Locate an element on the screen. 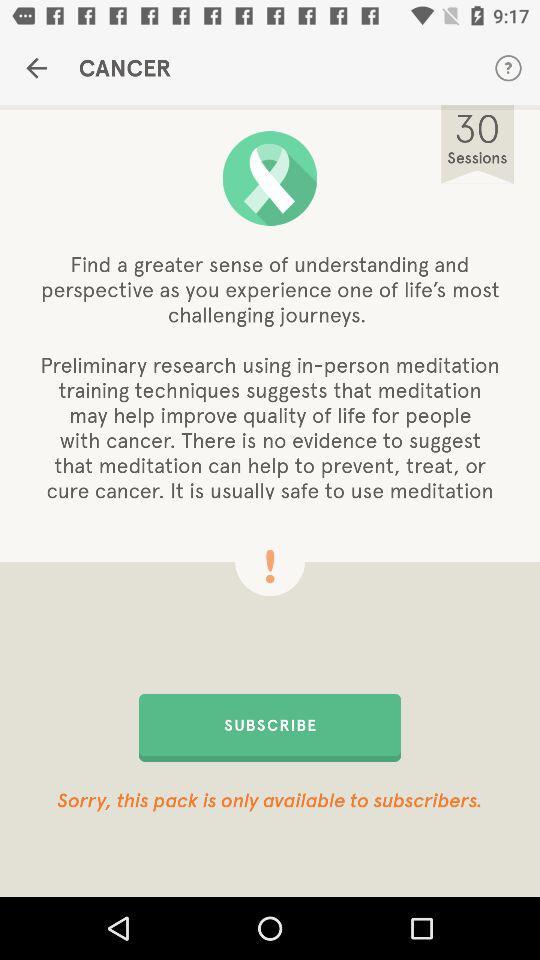 The height and width of the screenshot is (960, 540). the icon to the right of the cancer icon is located at coordinates (508, 68).